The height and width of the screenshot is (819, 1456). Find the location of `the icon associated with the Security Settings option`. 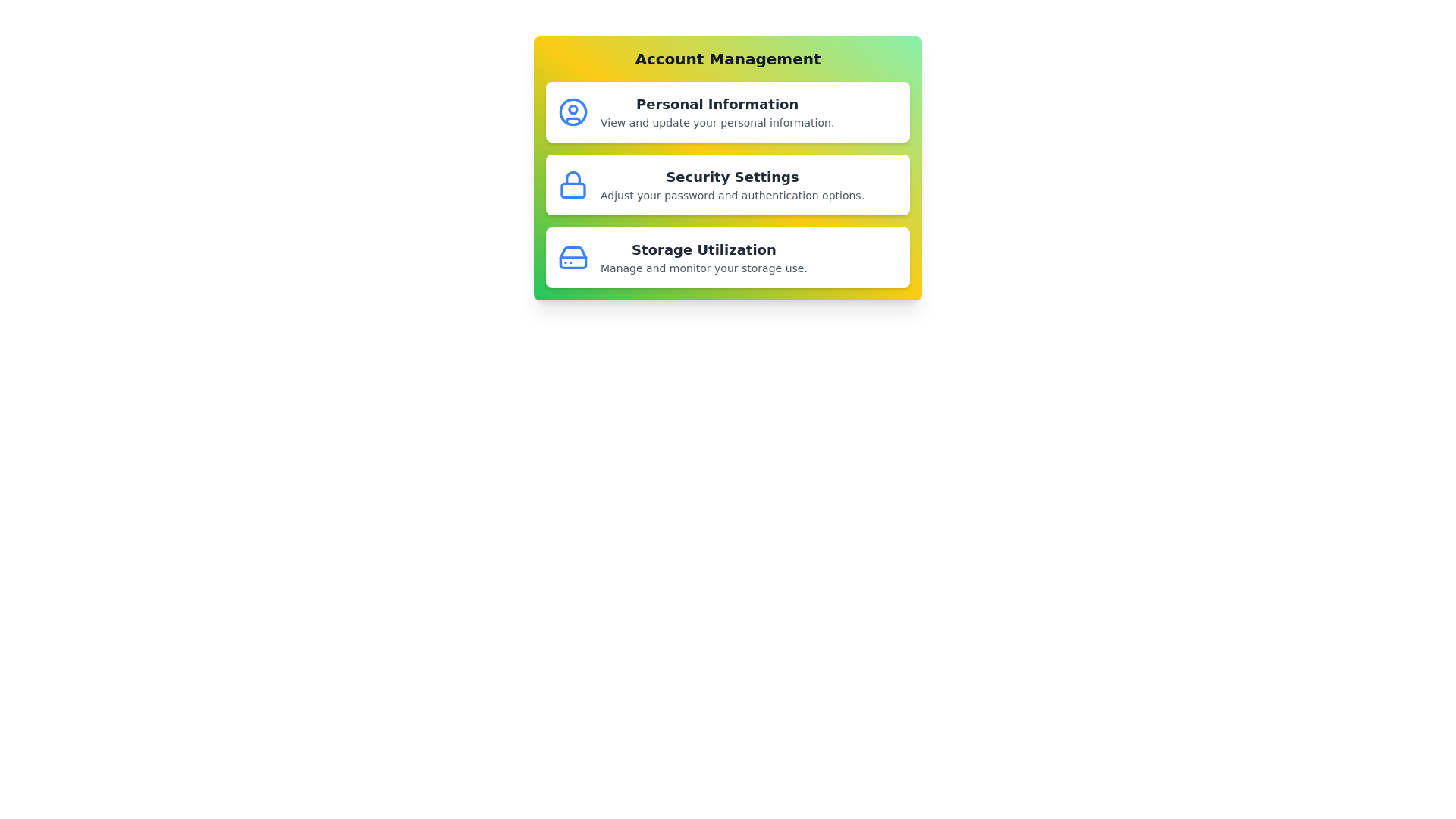

the icon associated with the Security Settings option is located at coordinates (572, 184).